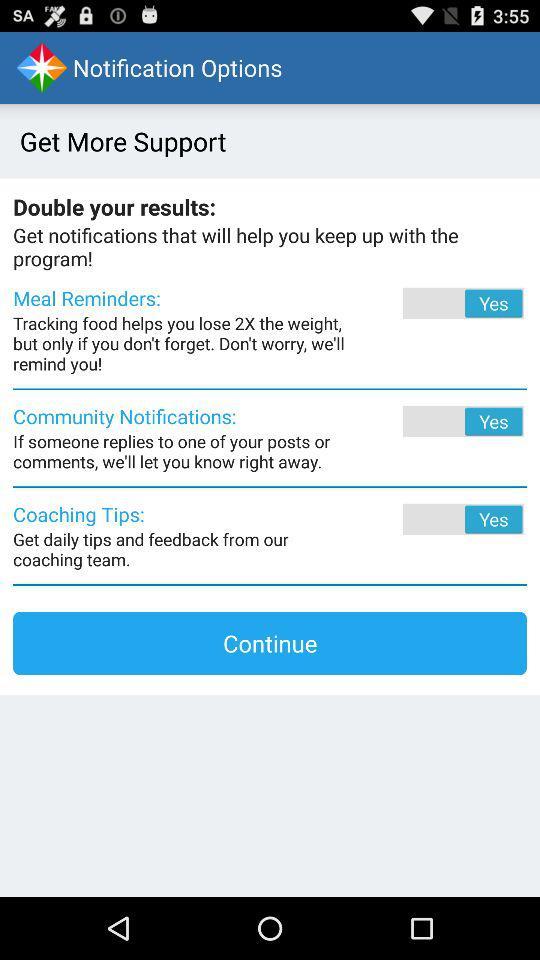 The width and height of the screenshot is (540, 960). What do you see at coordinates (435, 518) in the screenshot?
I see `yes and no` at bounding box center [435, 518].